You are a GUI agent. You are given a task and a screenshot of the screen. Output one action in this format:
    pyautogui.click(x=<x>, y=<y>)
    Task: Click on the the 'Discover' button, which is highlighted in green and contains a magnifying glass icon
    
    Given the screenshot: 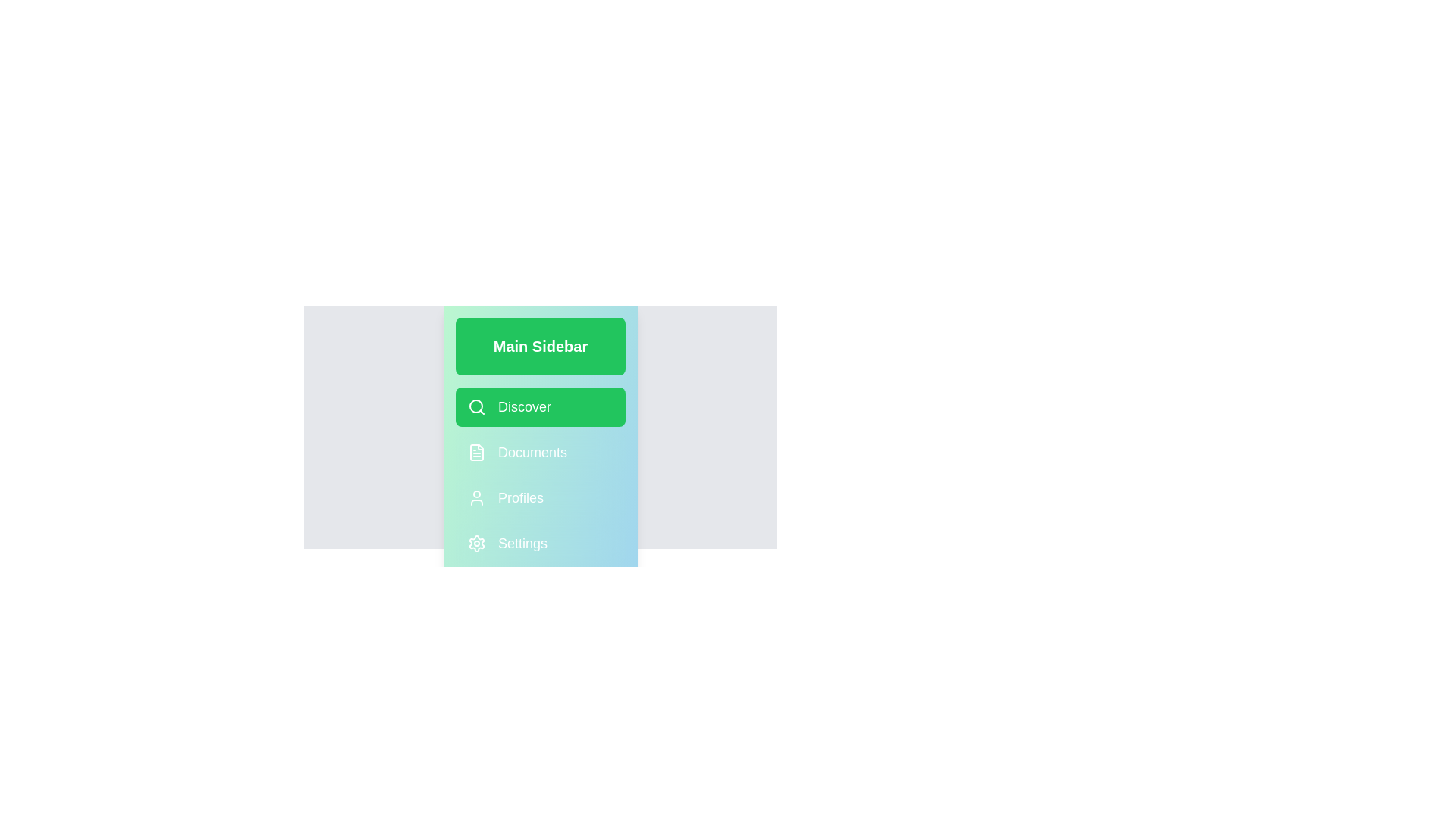 What is the action you would take?
    pyautogui.click(x=541, y=427)
    